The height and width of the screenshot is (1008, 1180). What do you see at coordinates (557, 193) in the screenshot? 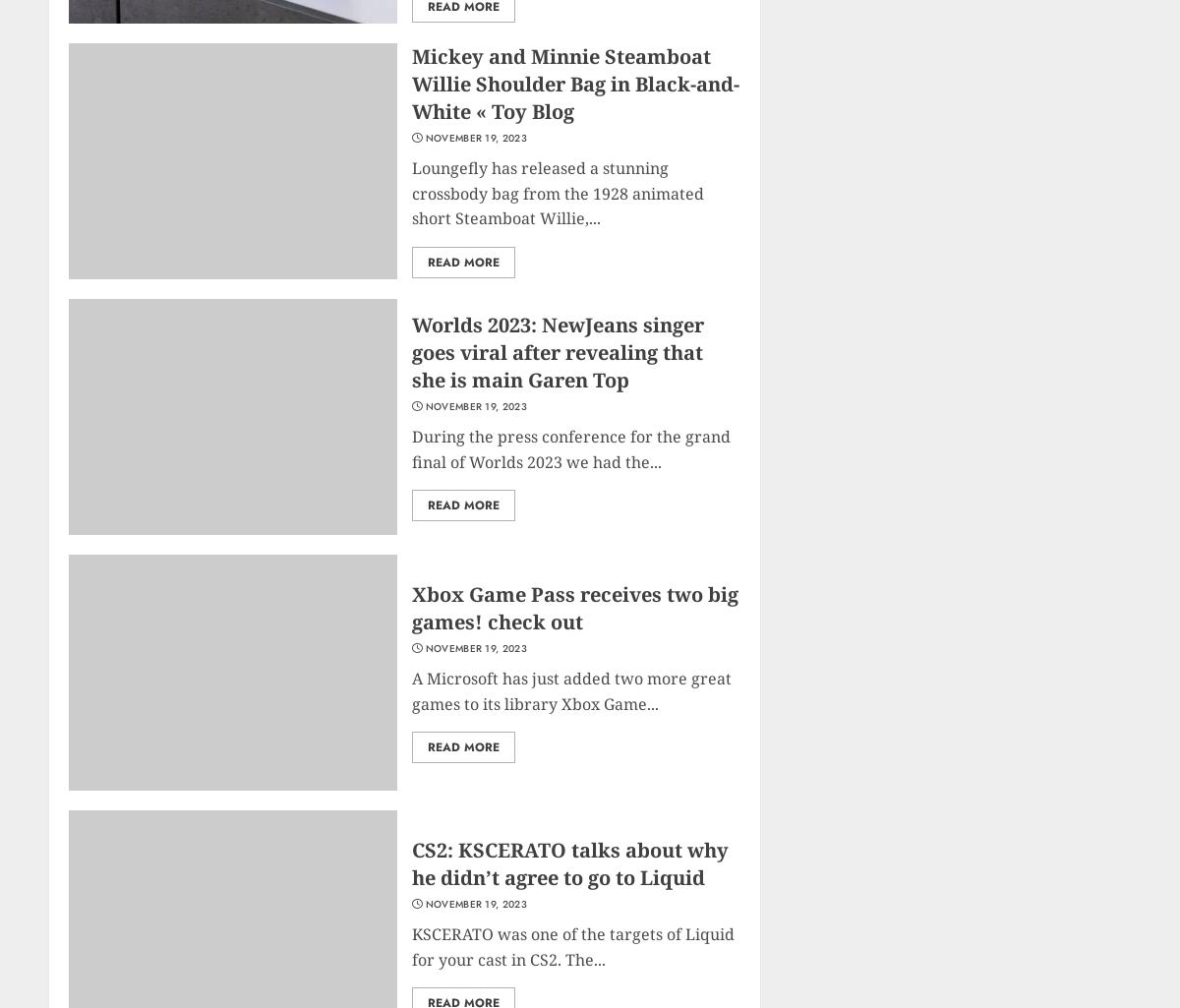
I see `'Loungefly has released a stunning crossbody bag from the 1928 animated short Steamboat Willie,...'` at bounding box center [557, 193].